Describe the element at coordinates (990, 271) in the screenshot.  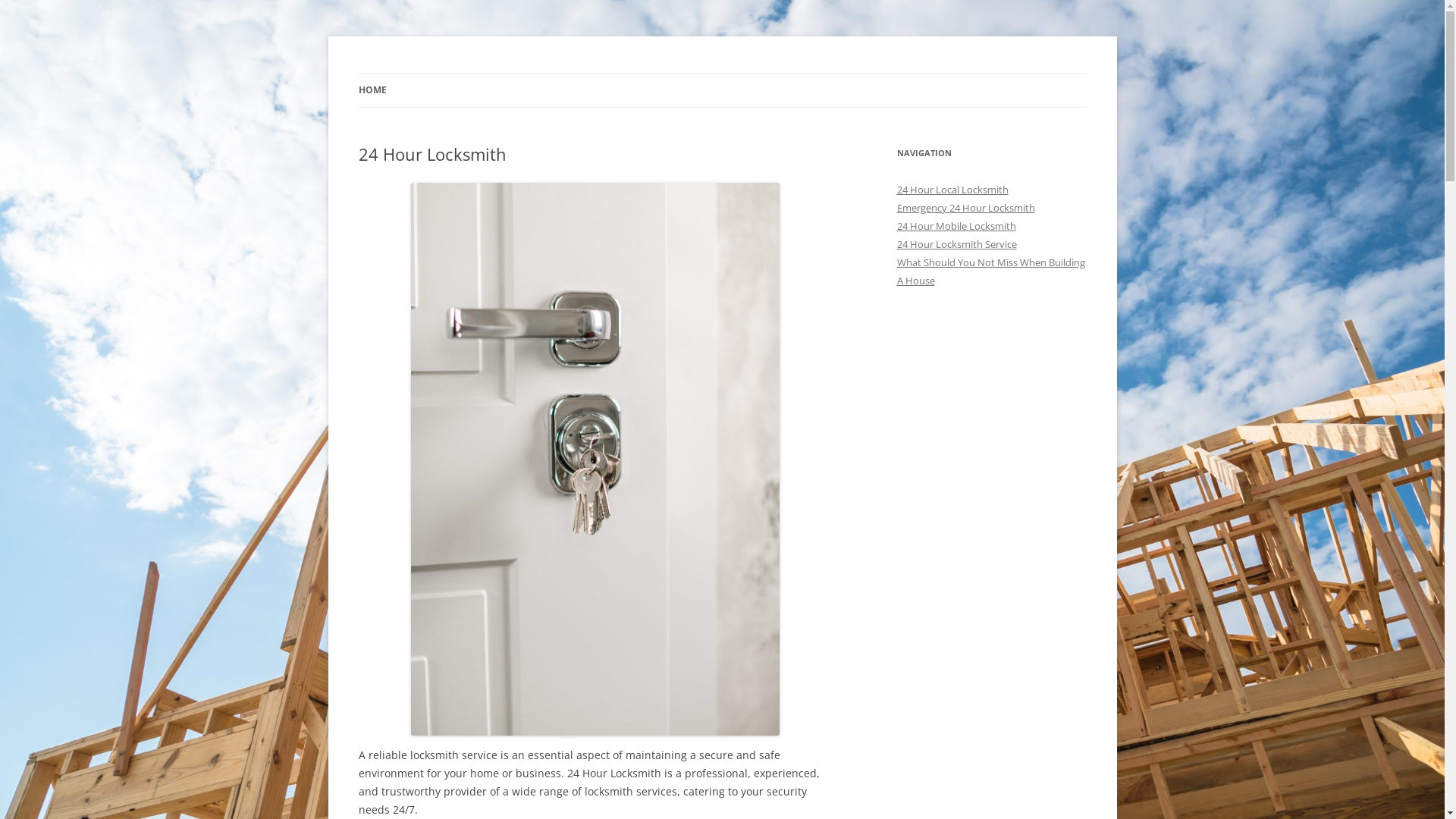
I see `'What Should You Not Miss When Building A House'` at that location.